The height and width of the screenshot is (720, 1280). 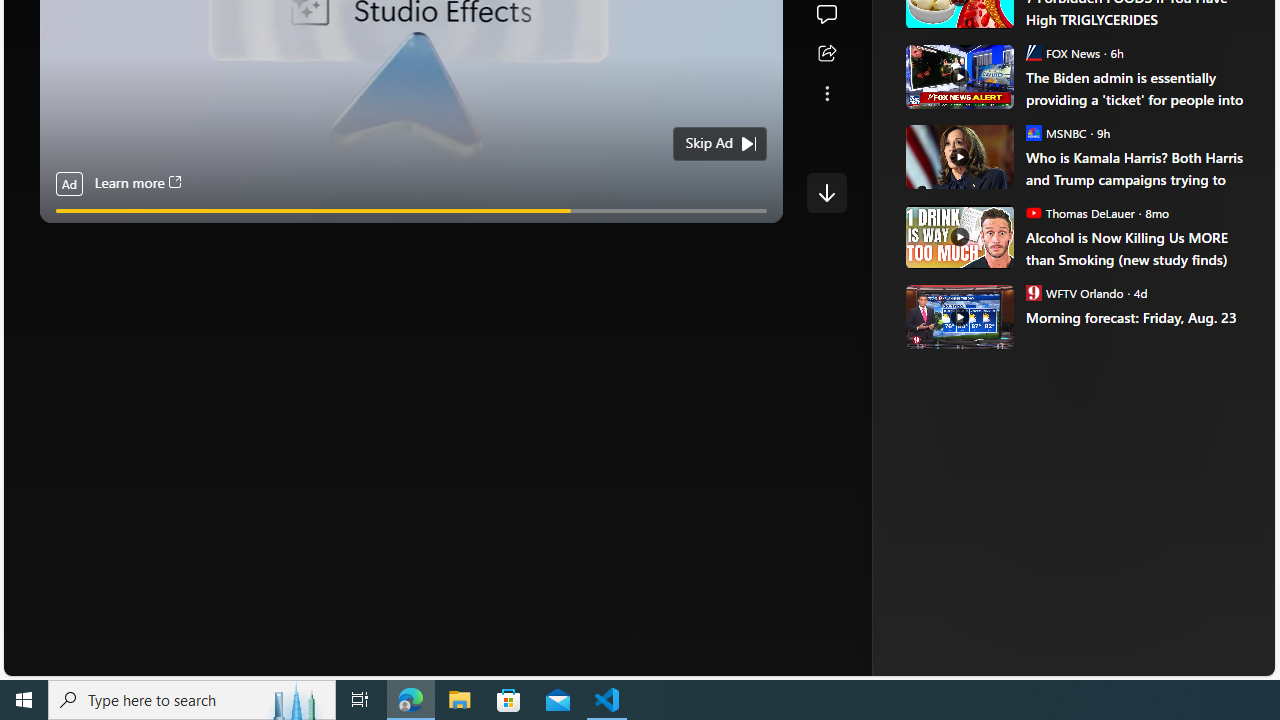 What do you see at coordinates (1073, 292) in the screenshot?
I see `'WFTV Orlando WFTV Orlando'` at bounding box center [1073, 292].